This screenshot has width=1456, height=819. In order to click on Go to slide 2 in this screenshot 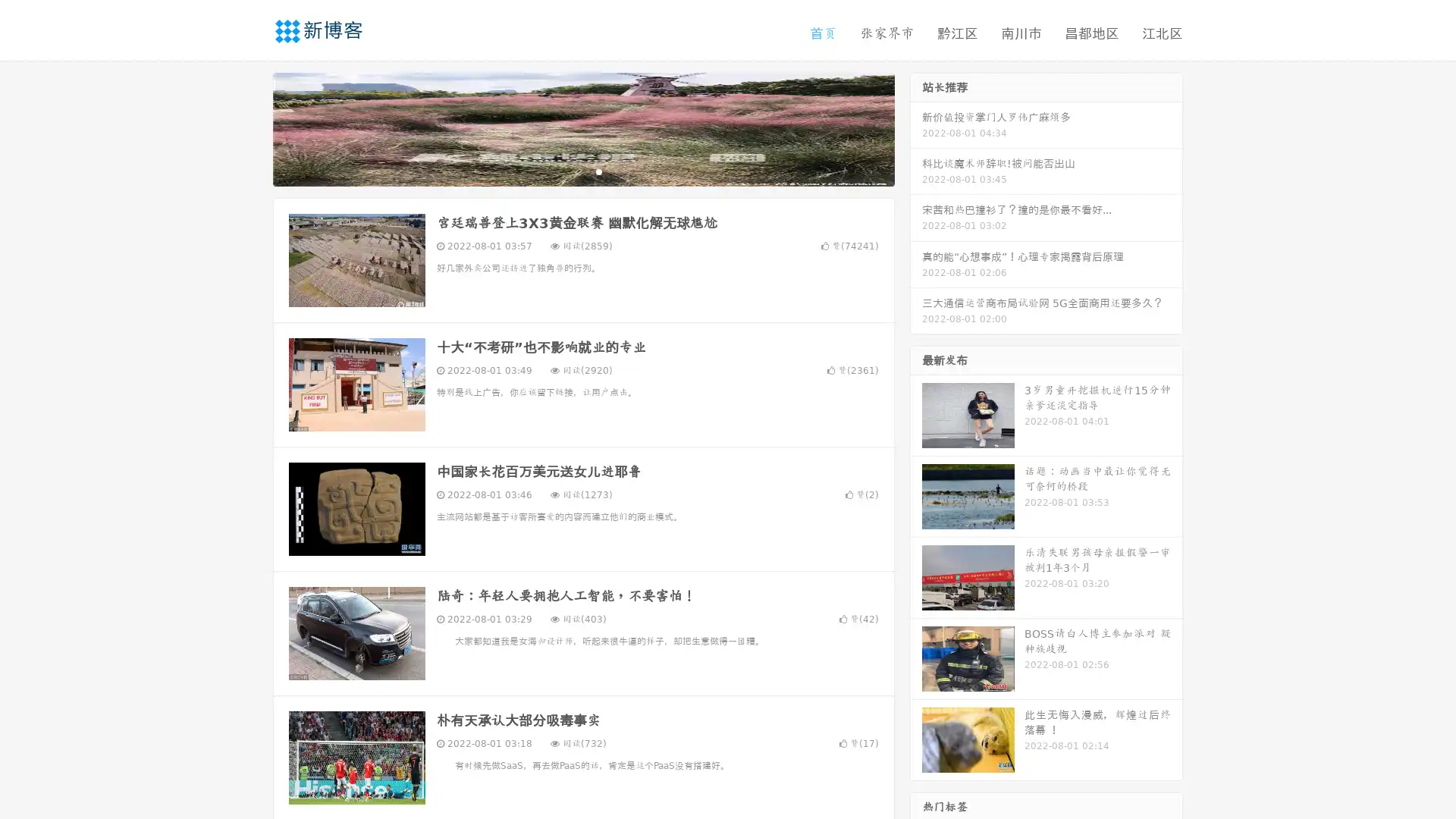, I will do `click(582, 171)`.